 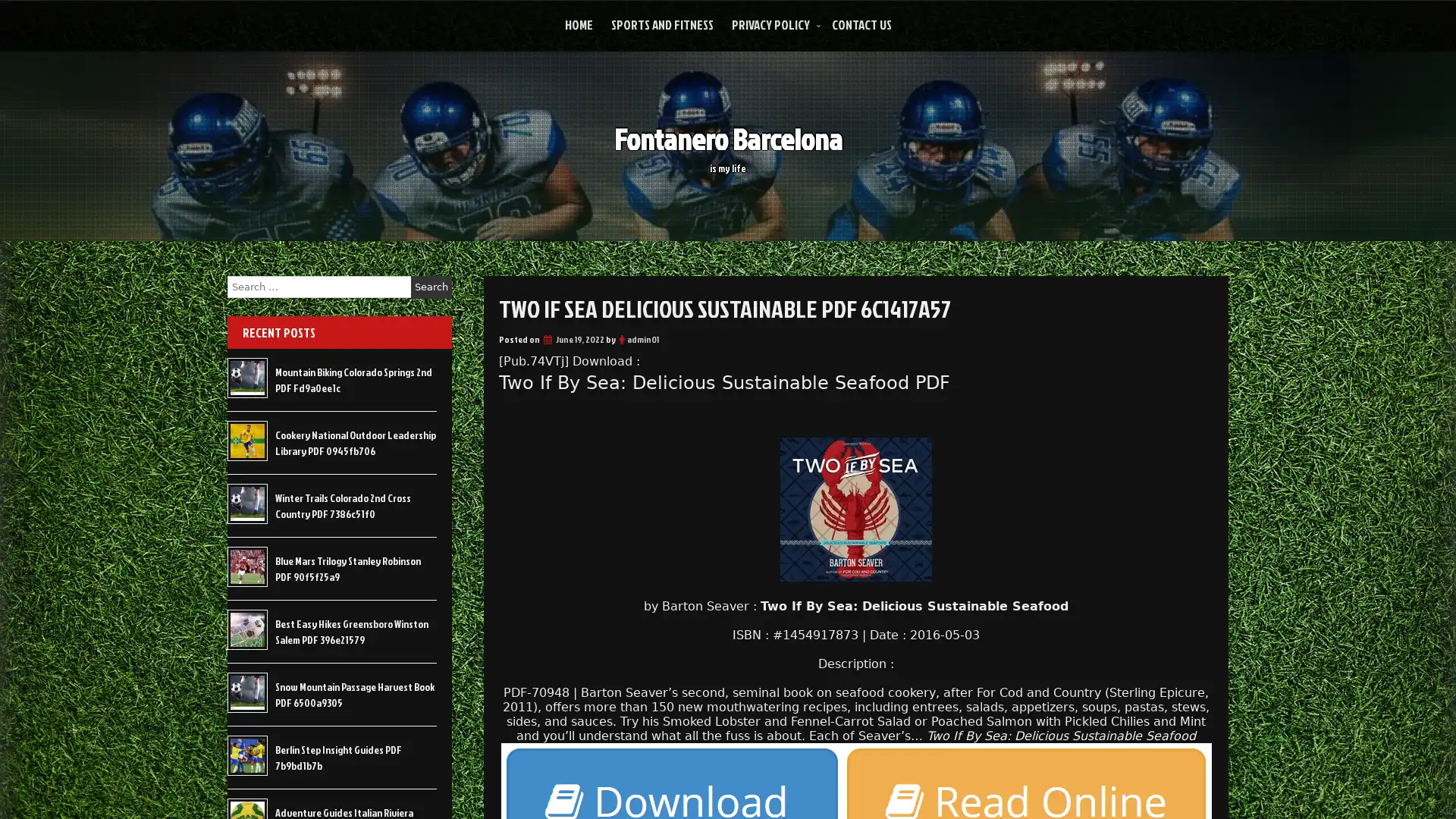 What do you see at coordinates (431, 287) in the screenshot?
I see `Search` at bounding box center [431, 287].